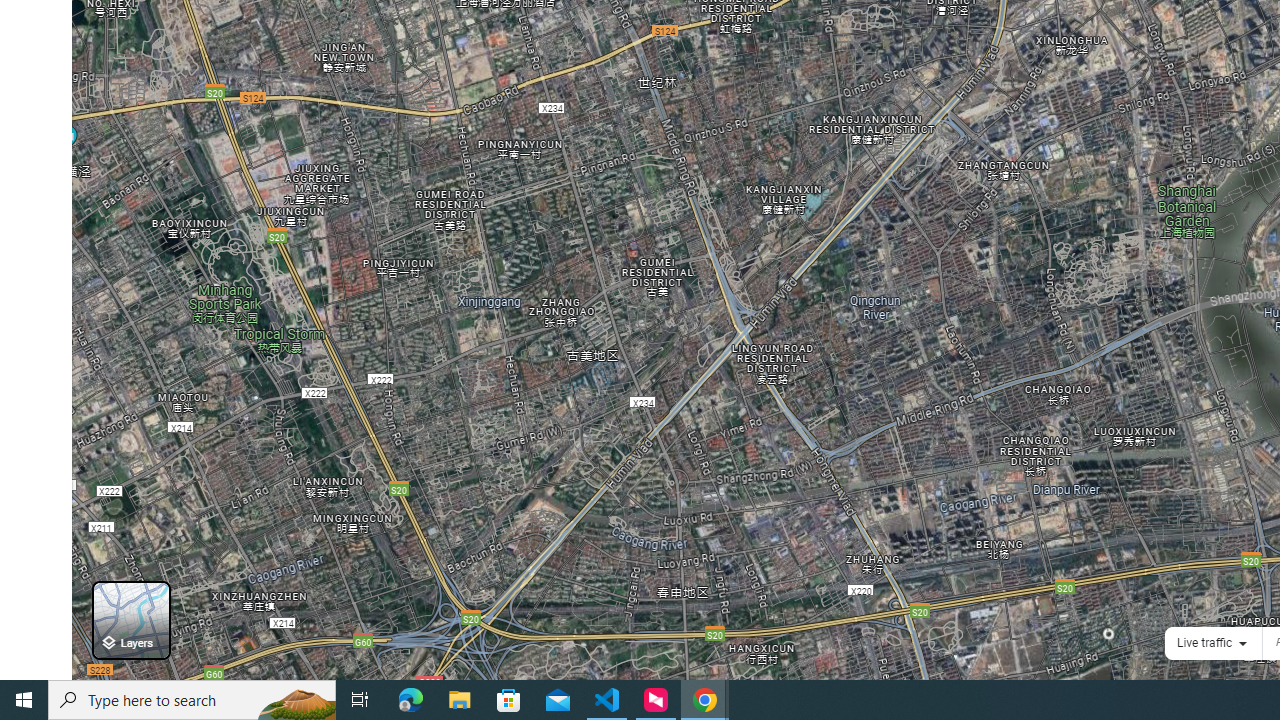 This screenshot has width=1280, height=720. What do you see at coordinates (130, 619) in the screenshot?
I see `'Layers'` at bounding box center [130, 619].